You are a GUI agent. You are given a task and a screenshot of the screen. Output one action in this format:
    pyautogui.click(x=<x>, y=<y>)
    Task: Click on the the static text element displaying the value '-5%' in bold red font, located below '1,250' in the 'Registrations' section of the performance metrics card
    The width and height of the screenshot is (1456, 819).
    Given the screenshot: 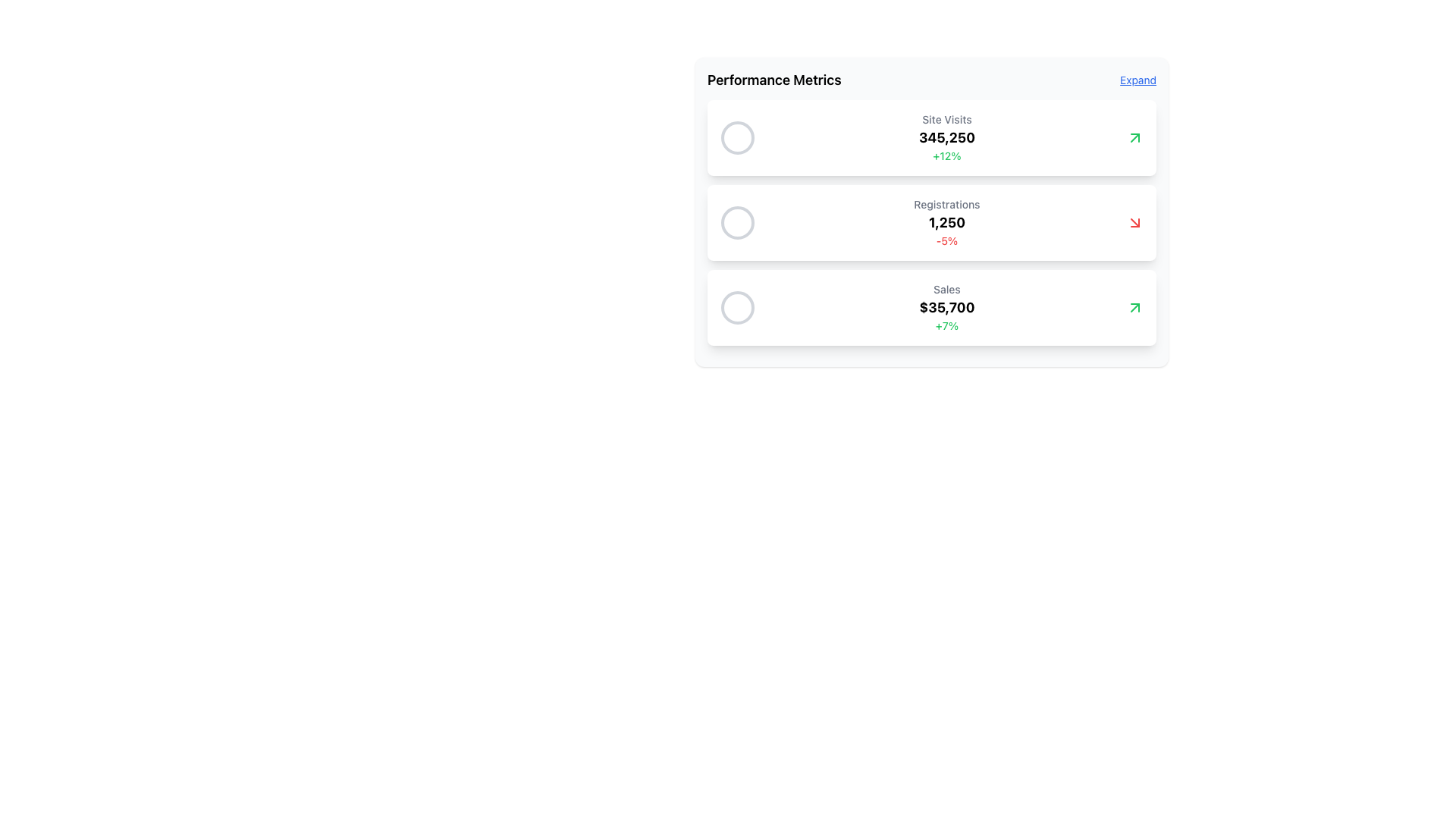 What is the action you would take?
    pyautogui.click(x=946, y=240)
    